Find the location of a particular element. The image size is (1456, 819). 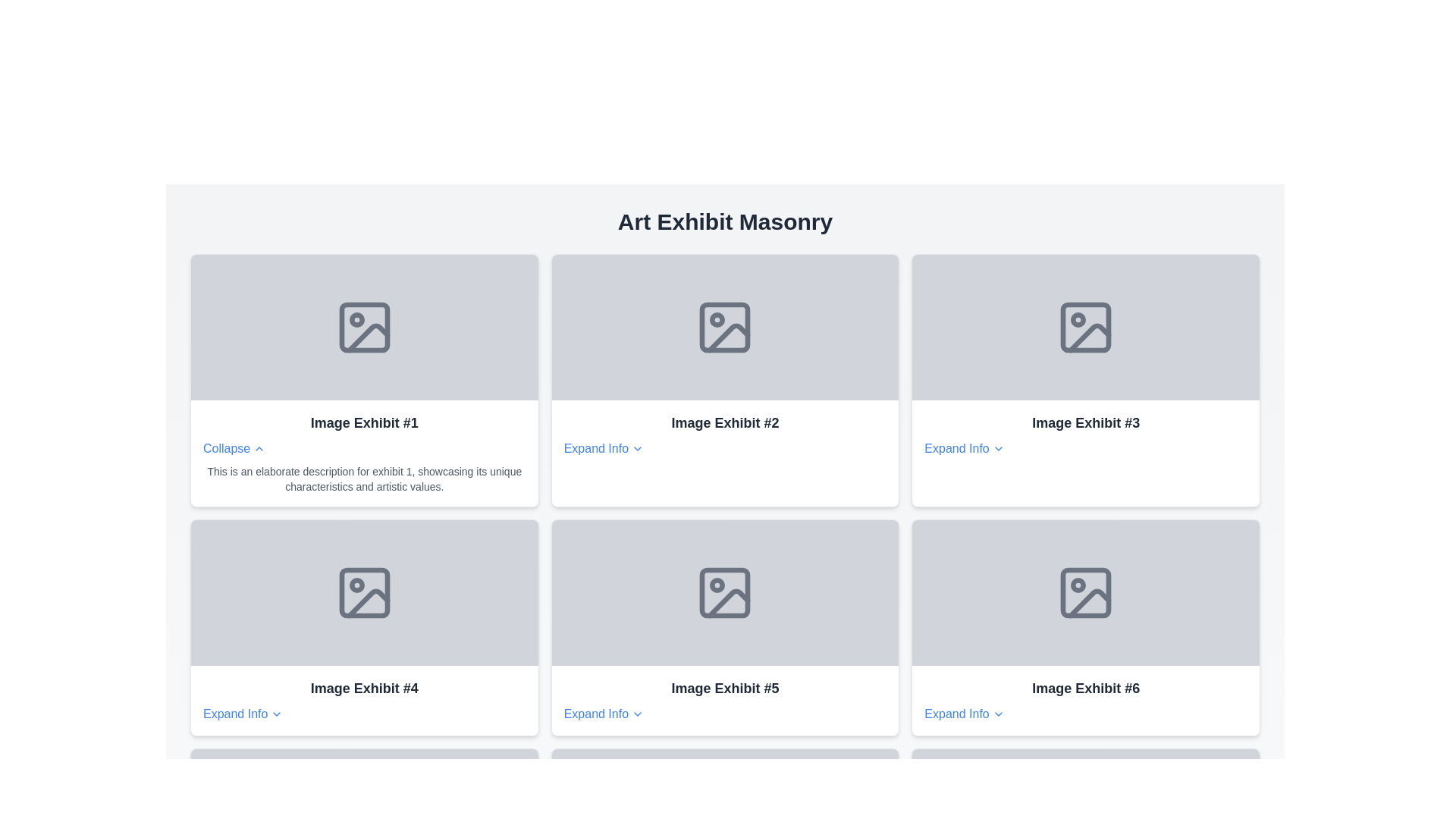

text label displaying 'Image Exhibit #4', which is styled bold and dark gray, located in the first column of the second row of the masonry grid is located at coordinates (364, 688).